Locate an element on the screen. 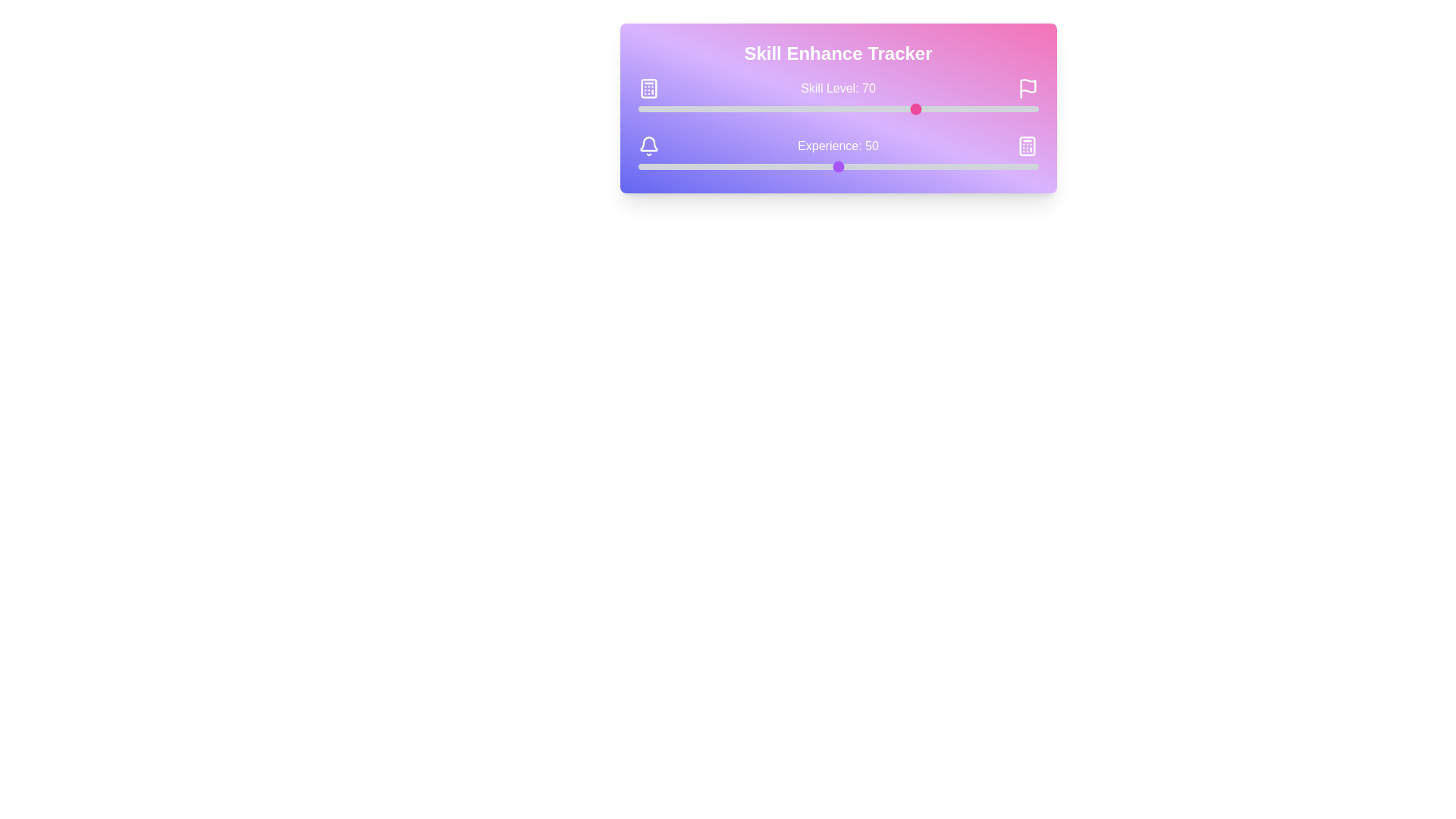  the experience slider to set the experience value to 86 is located at coordinates (982, 166).